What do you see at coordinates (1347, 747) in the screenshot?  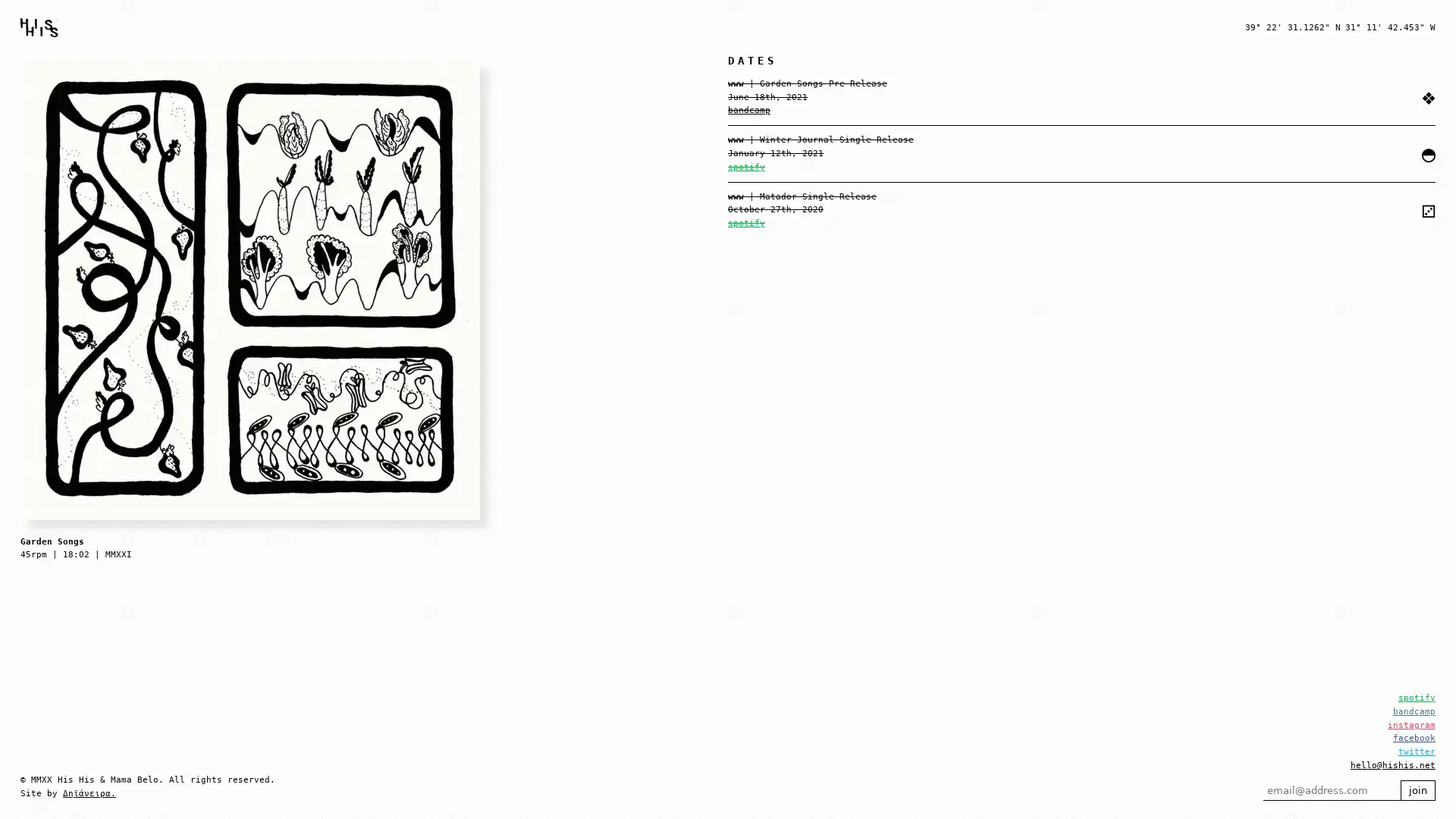 I see `join` at bounding box center [1347, 747].